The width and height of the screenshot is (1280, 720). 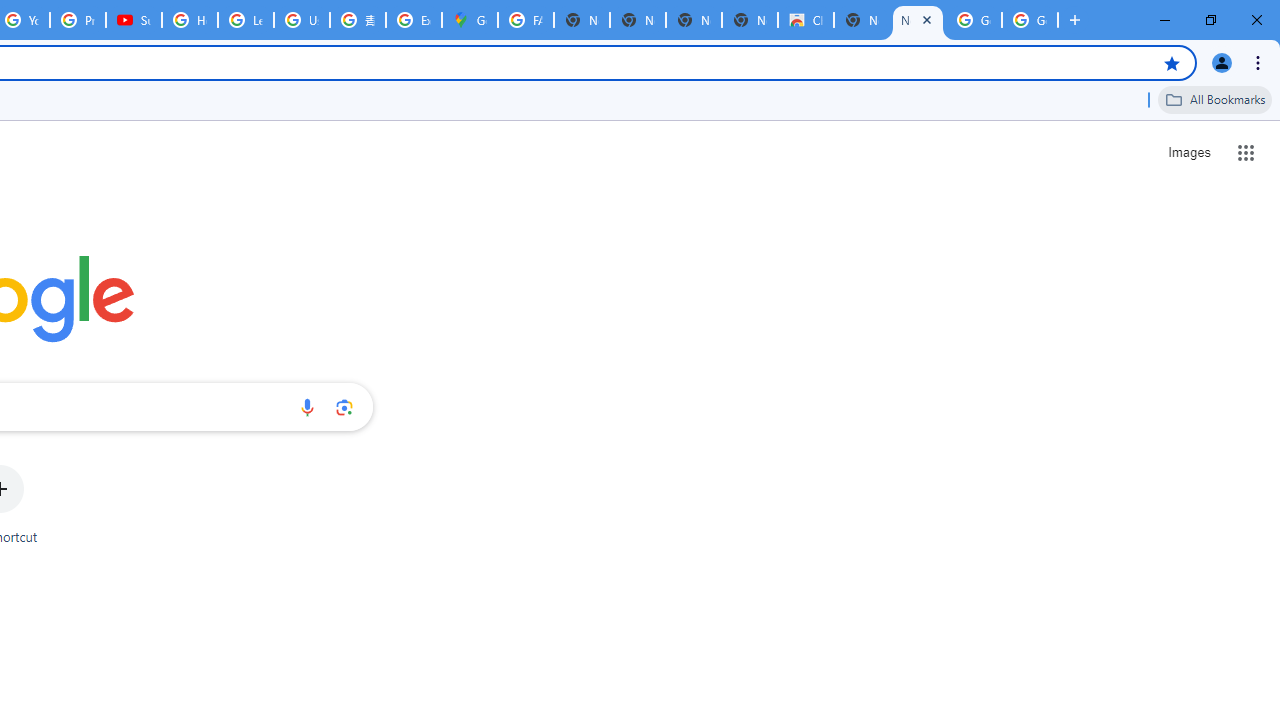 What do you see at coordinates (344, 406) in the screenshot?
I see `'Search by image'` at bounding box center [344, 406].